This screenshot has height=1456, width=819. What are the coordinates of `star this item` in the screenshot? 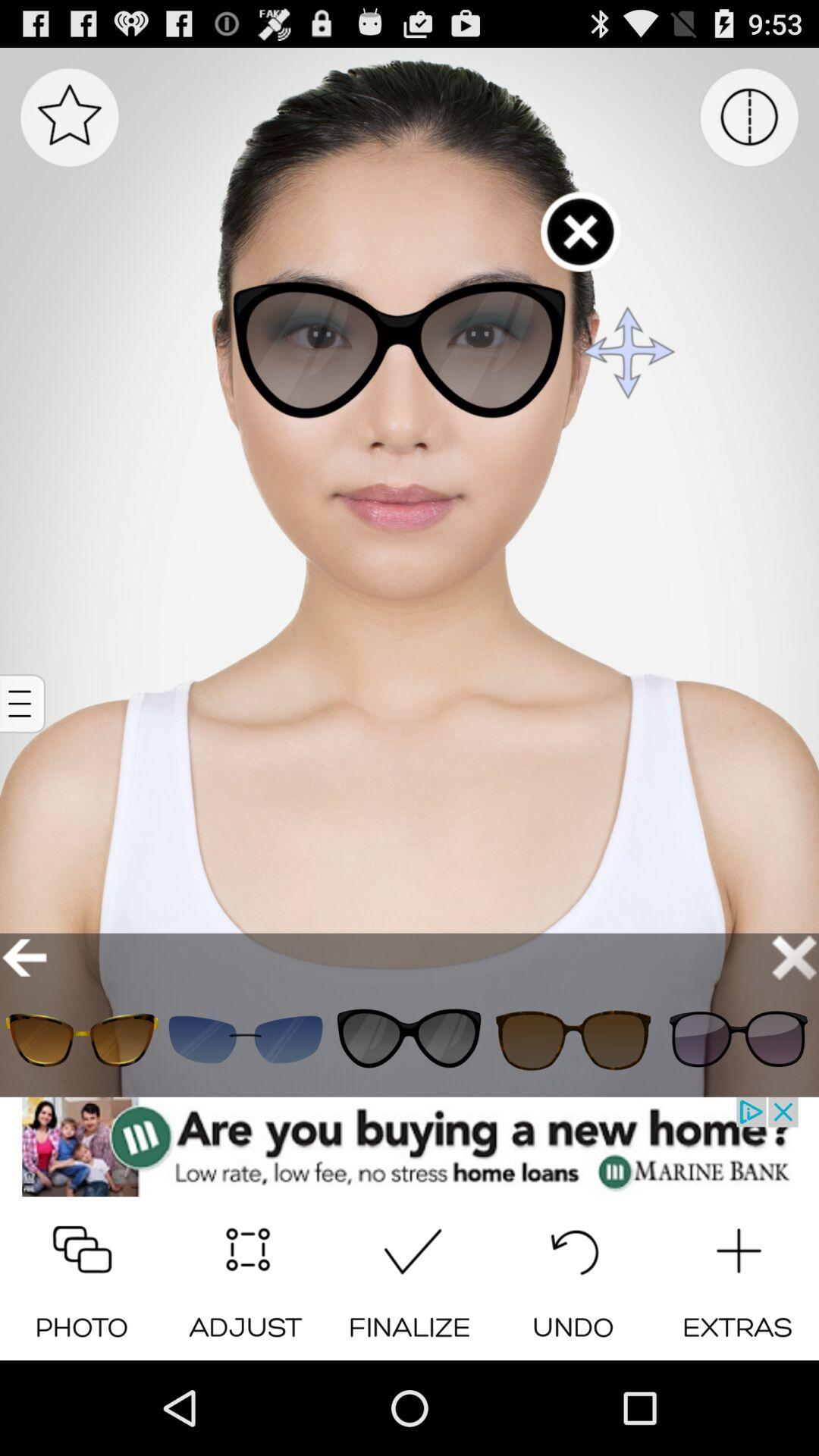 It's located at (69, 116).